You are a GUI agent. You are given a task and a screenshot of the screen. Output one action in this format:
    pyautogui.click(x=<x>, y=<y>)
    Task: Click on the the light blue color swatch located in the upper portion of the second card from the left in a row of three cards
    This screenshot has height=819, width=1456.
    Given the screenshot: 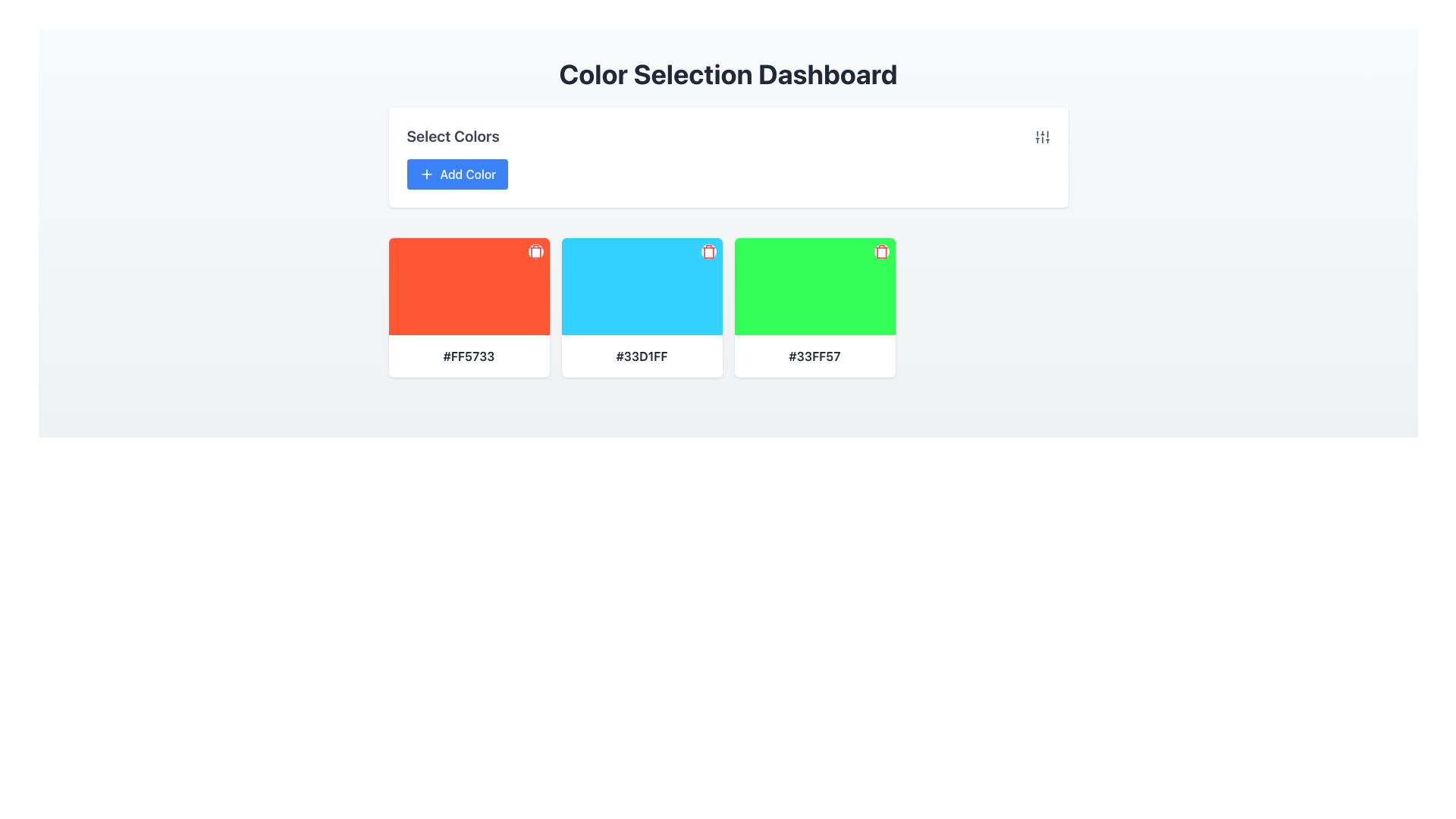 What is the action you would take?
    pyautogui.click(x=642, y=287)
    